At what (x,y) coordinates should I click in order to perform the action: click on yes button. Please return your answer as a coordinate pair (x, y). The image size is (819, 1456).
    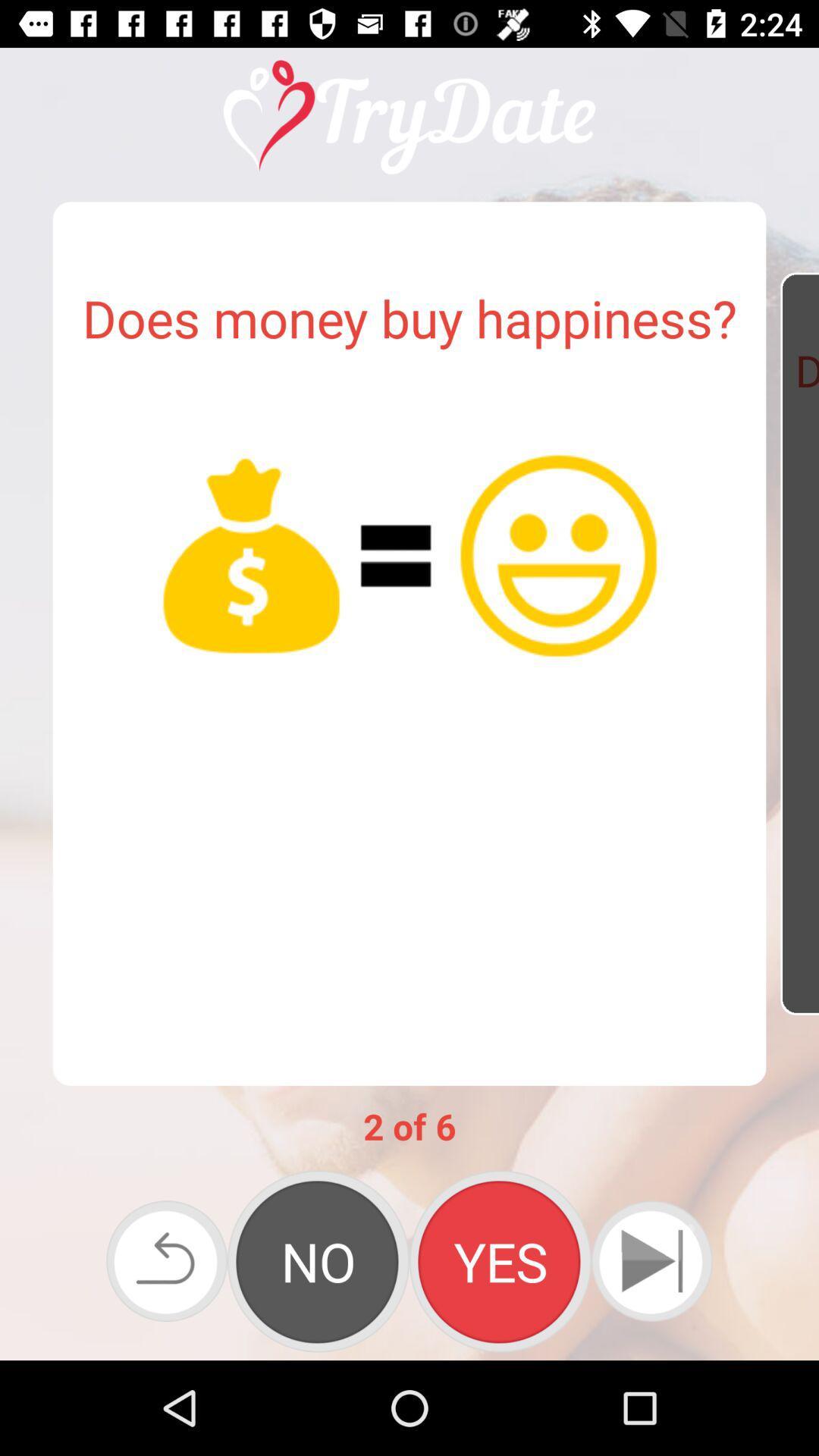
    Looking at the image, I should click on (500, 1261).